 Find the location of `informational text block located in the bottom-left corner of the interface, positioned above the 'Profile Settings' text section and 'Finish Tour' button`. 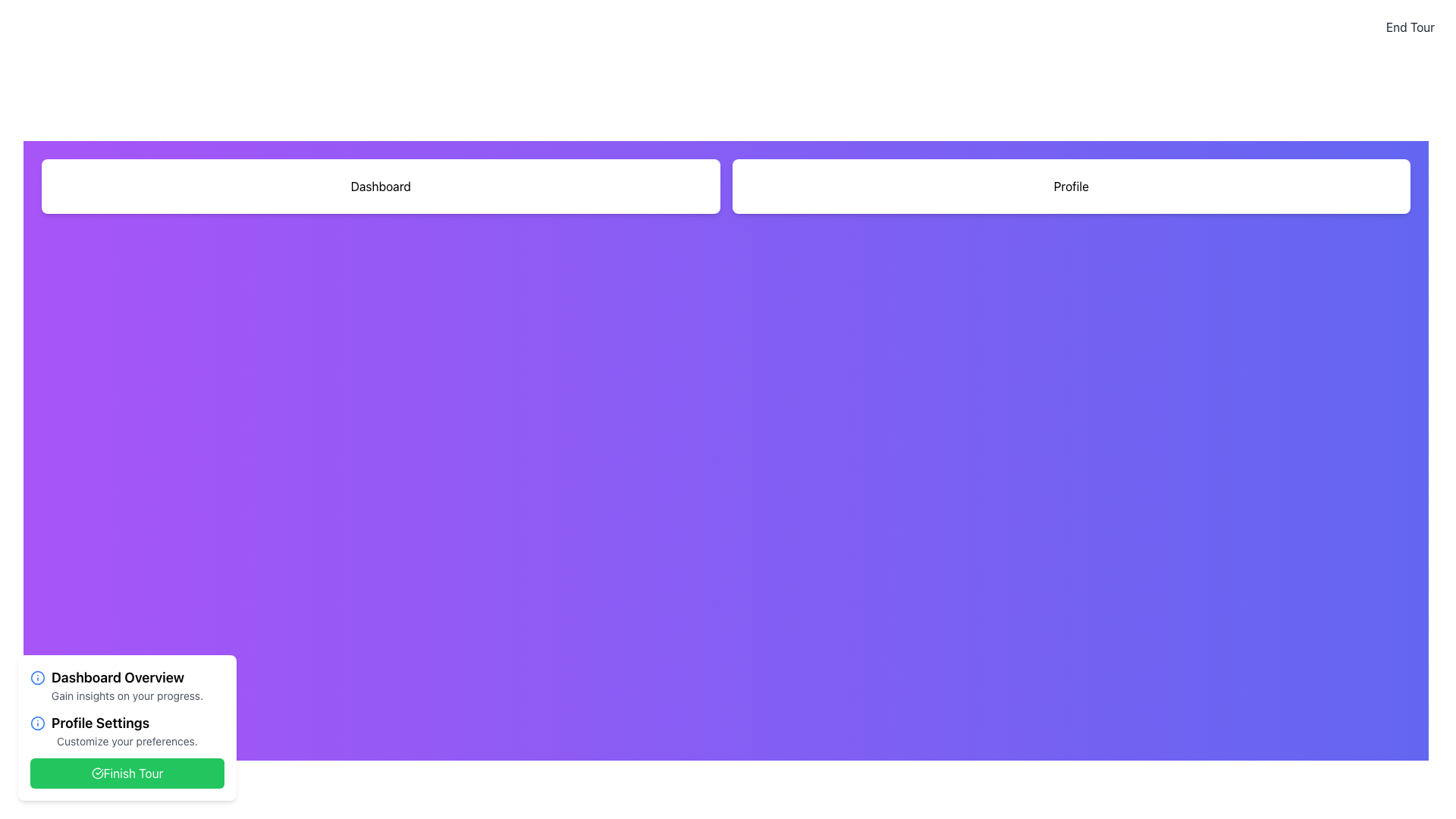

informational text block located in the bottom-left corner of the interface, positioned above the 'Profile Settings' text section and 'Finish Tour' button is located at coordinates (127, 685).